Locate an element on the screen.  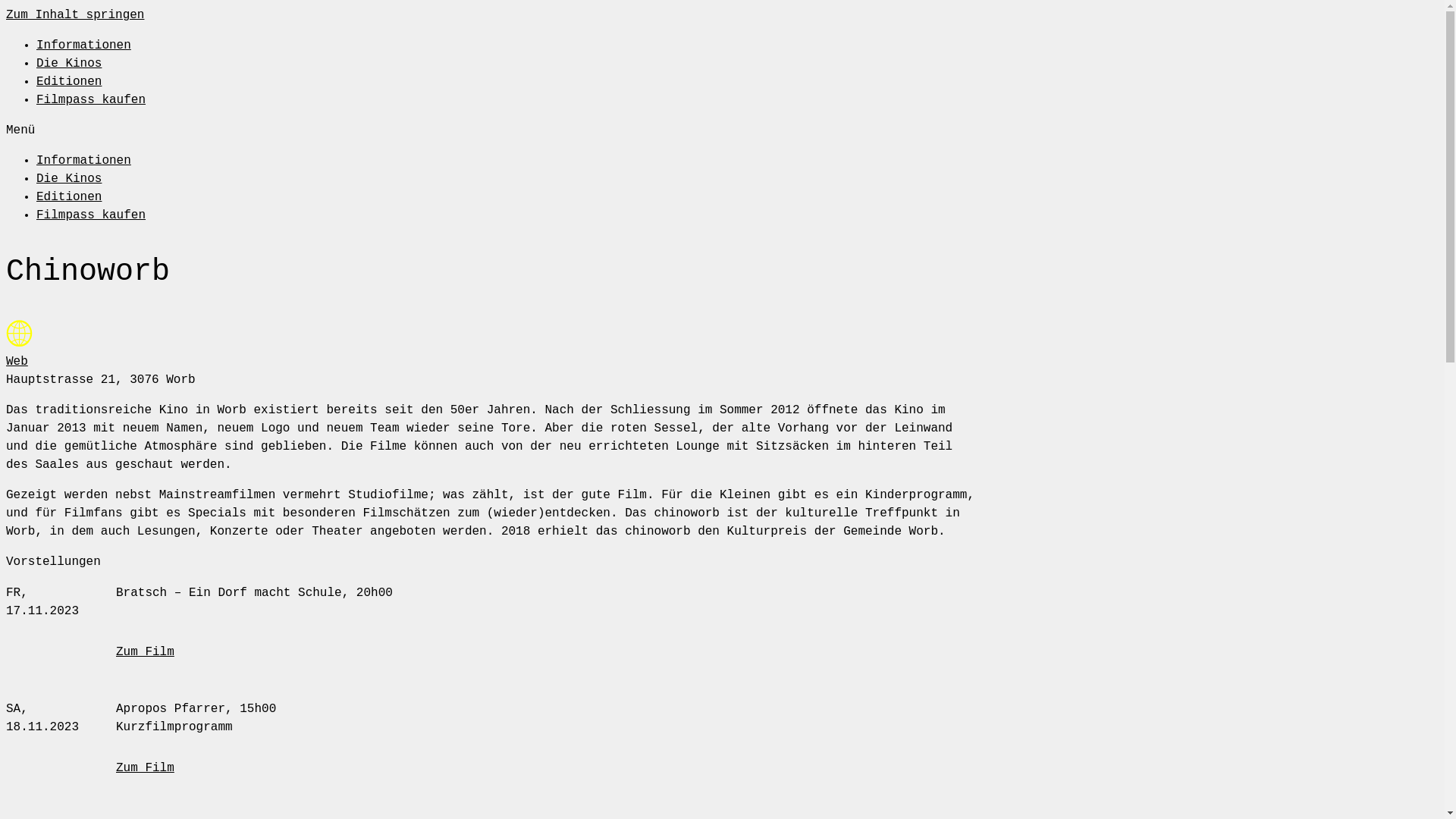
'Editionen' is located at coordinates (68, 196).